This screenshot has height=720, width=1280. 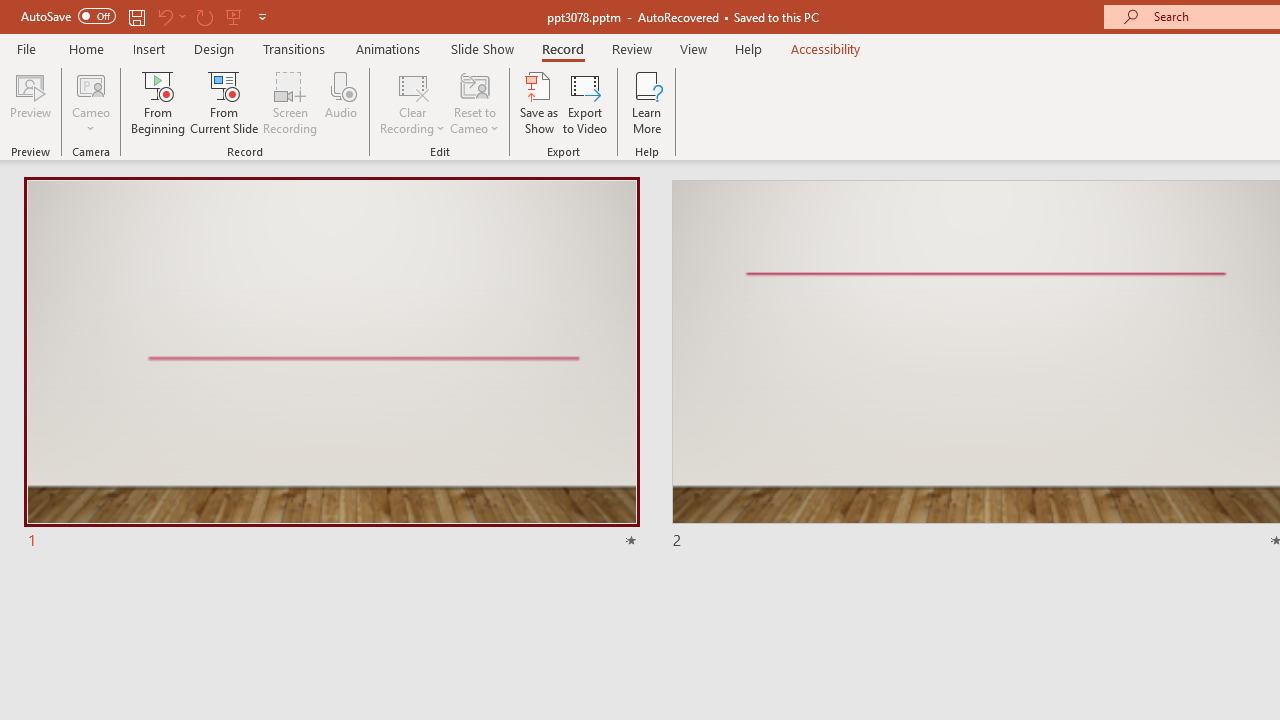 I want to click on 'Audio', so click(x=341, y=103).